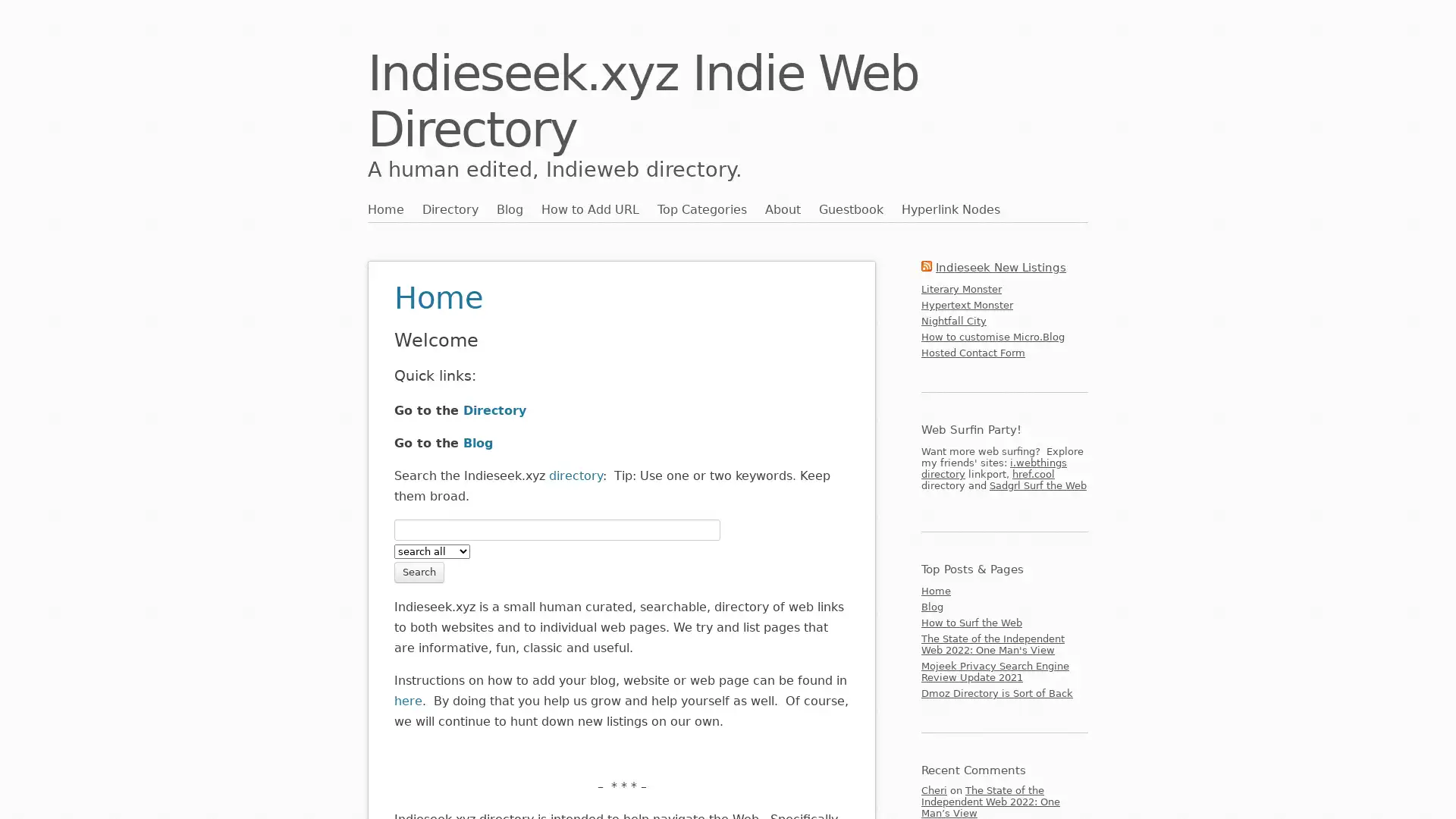 The width and height of the screenshot is (1456, 819). What do you see at coordinates (419, 571) in the screenshot?
I see `Search` at bounding box center [419, 571].